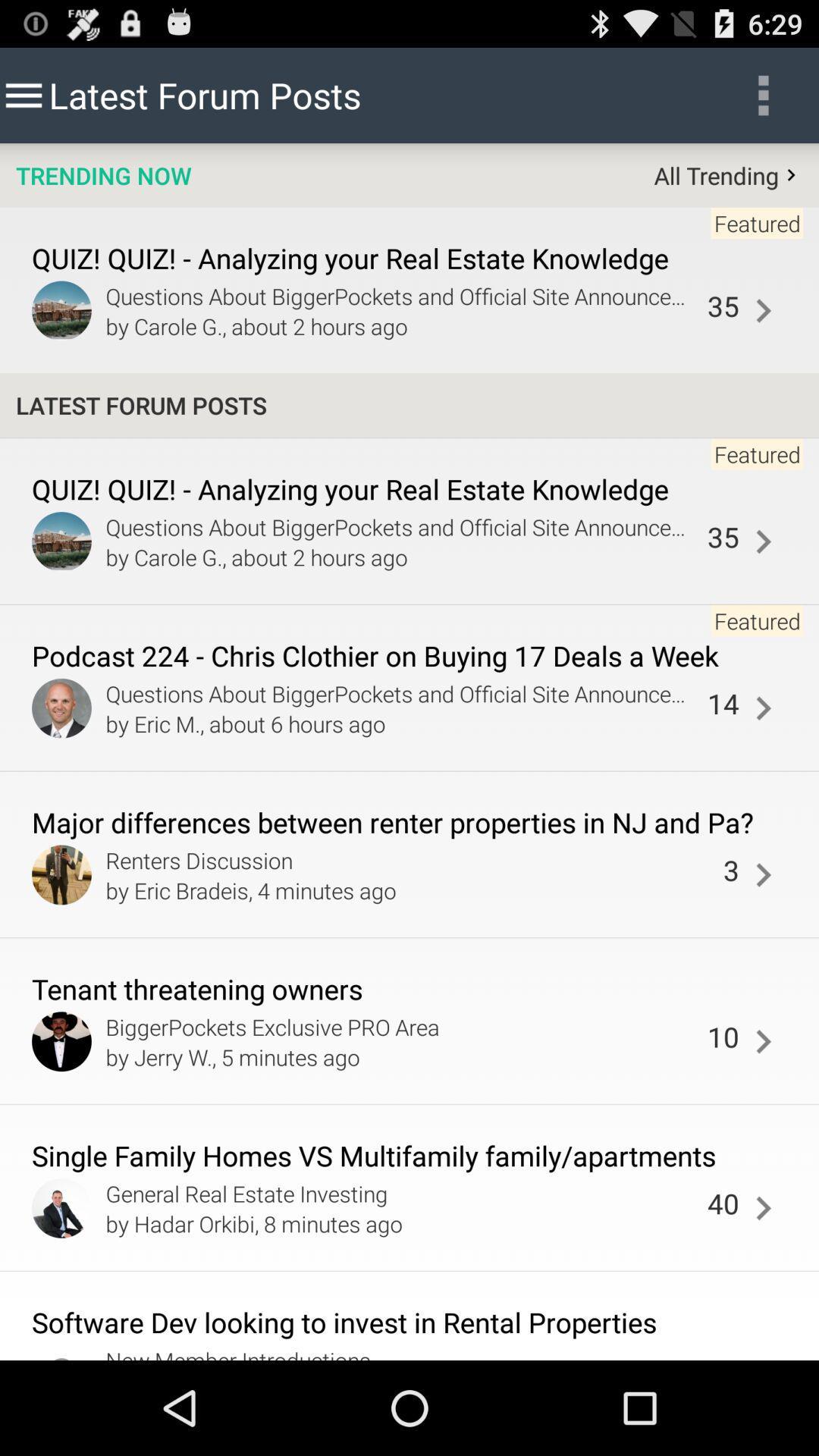  I want to click on by hadar orkibi, so click(402, 1223).